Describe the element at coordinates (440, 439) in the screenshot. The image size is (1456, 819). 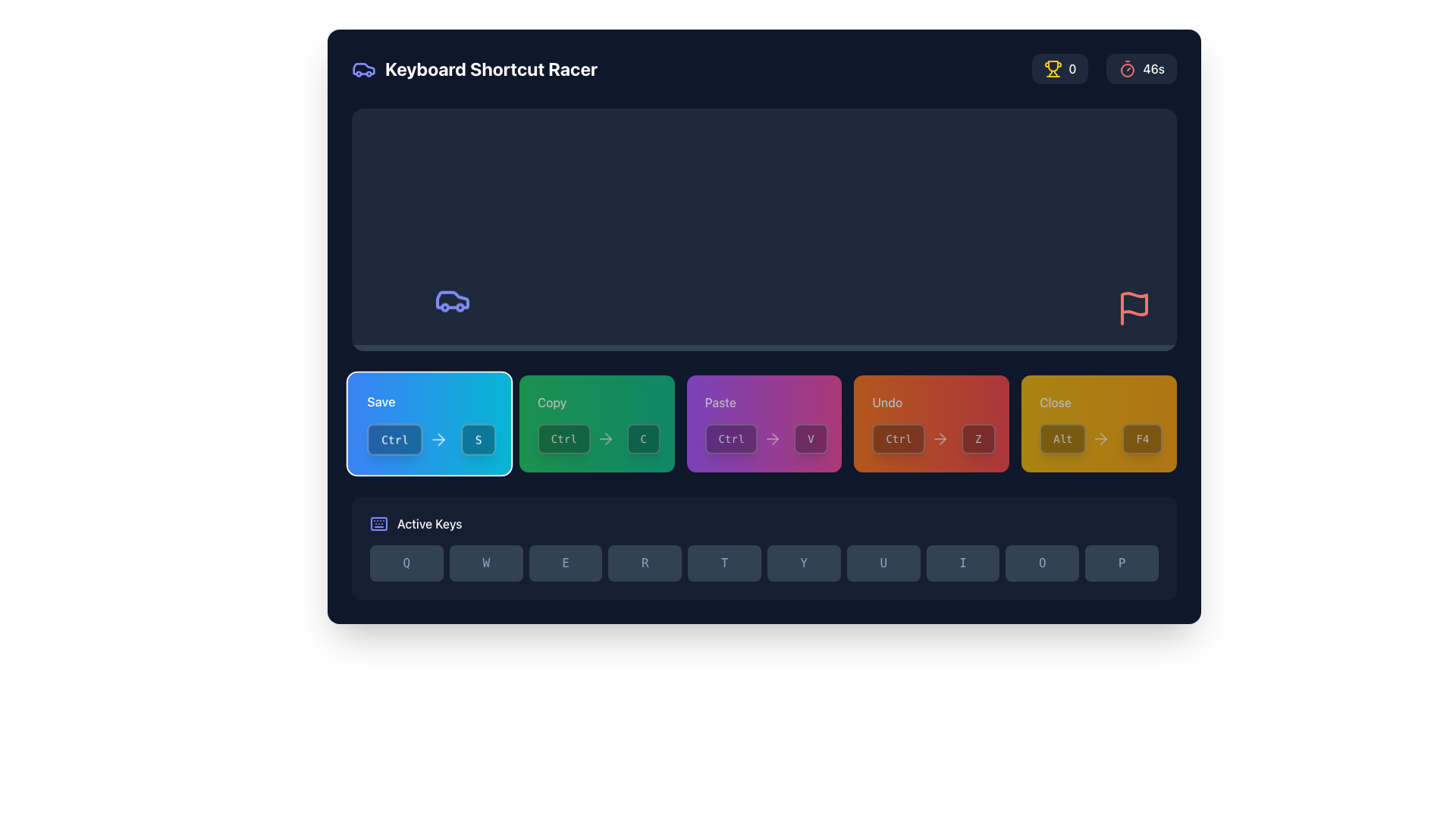
I see `the directional icon located within the blue rectangle labeled 'Save', positioned to the right of the 'Ctrl' key and before the 'S' key symbol` at that location.